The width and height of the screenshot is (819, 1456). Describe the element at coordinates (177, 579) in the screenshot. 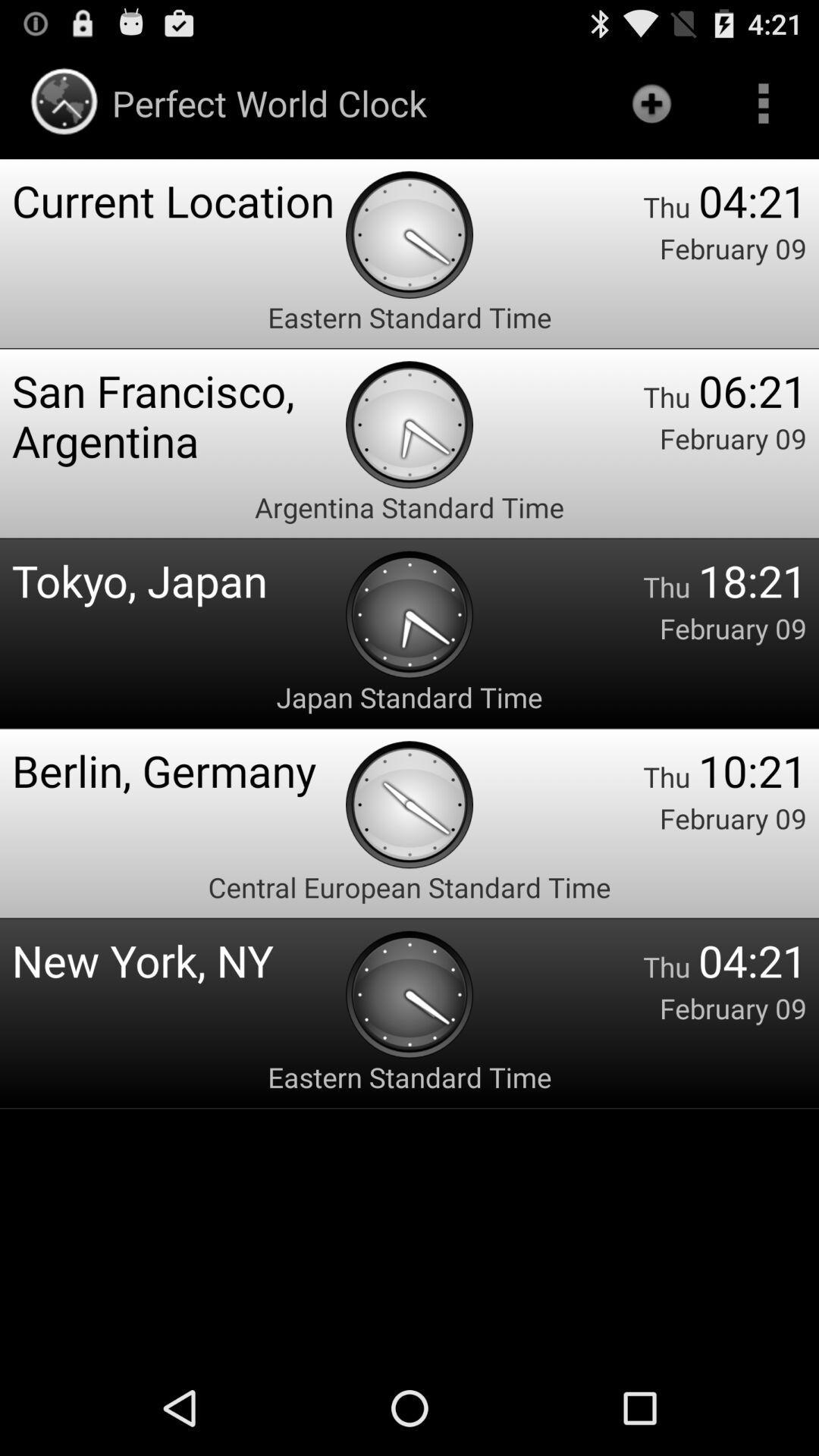

I see `tokyo, japan app` at that location.